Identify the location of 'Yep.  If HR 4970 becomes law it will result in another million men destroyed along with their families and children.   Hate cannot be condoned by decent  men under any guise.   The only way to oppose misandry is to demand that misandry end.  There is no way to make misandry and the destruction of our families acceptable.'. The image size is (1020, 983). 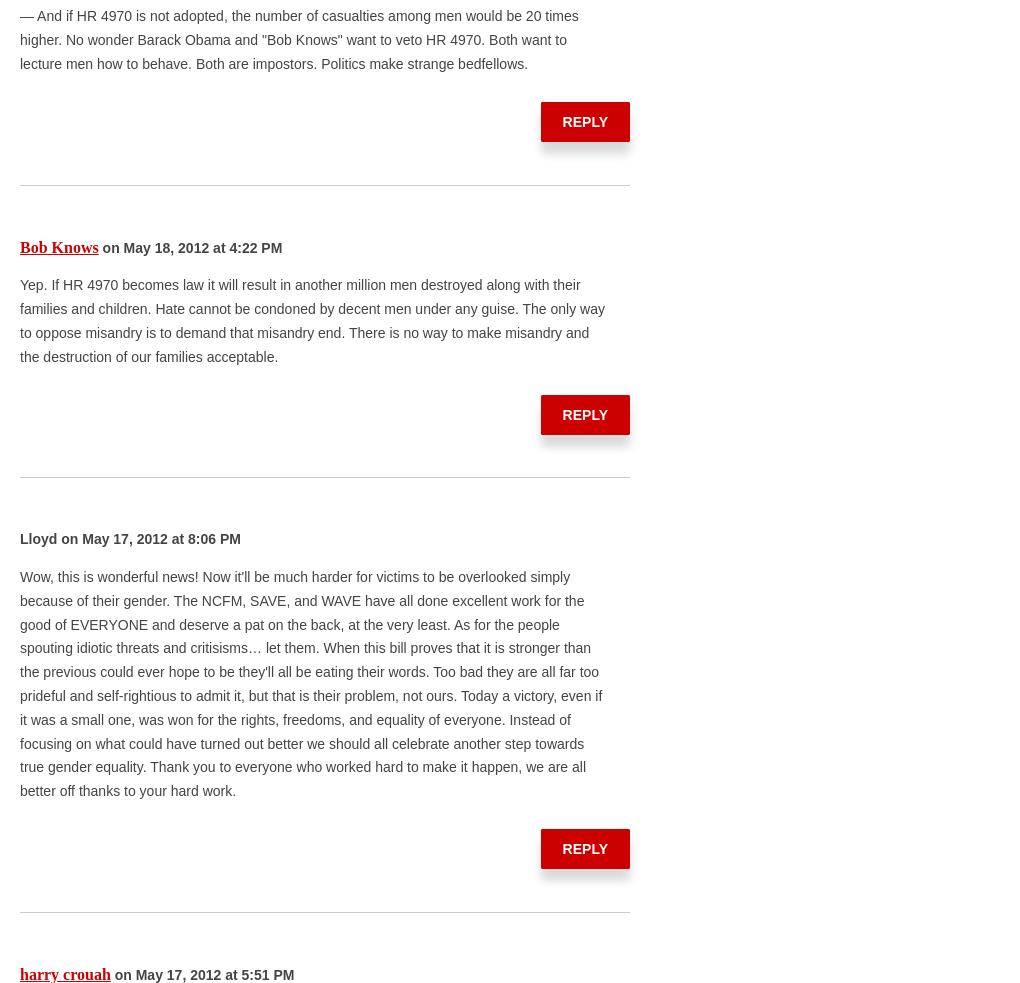
(312, 320).